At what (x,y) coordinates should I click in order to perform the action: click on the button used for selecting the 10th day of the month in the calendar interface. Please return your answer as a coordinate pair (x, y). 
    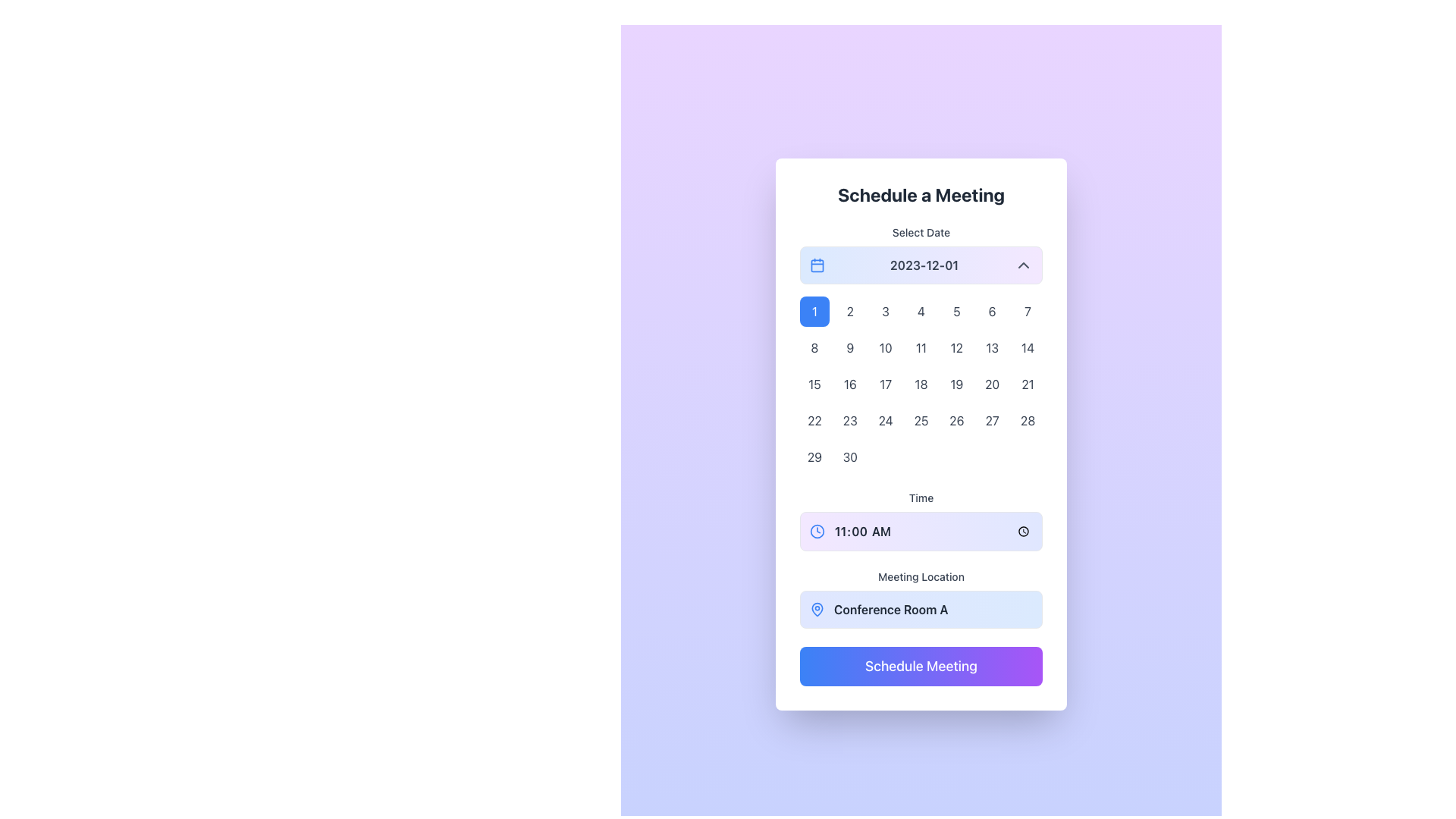
    Looking at the image, I should click on (886, 348).